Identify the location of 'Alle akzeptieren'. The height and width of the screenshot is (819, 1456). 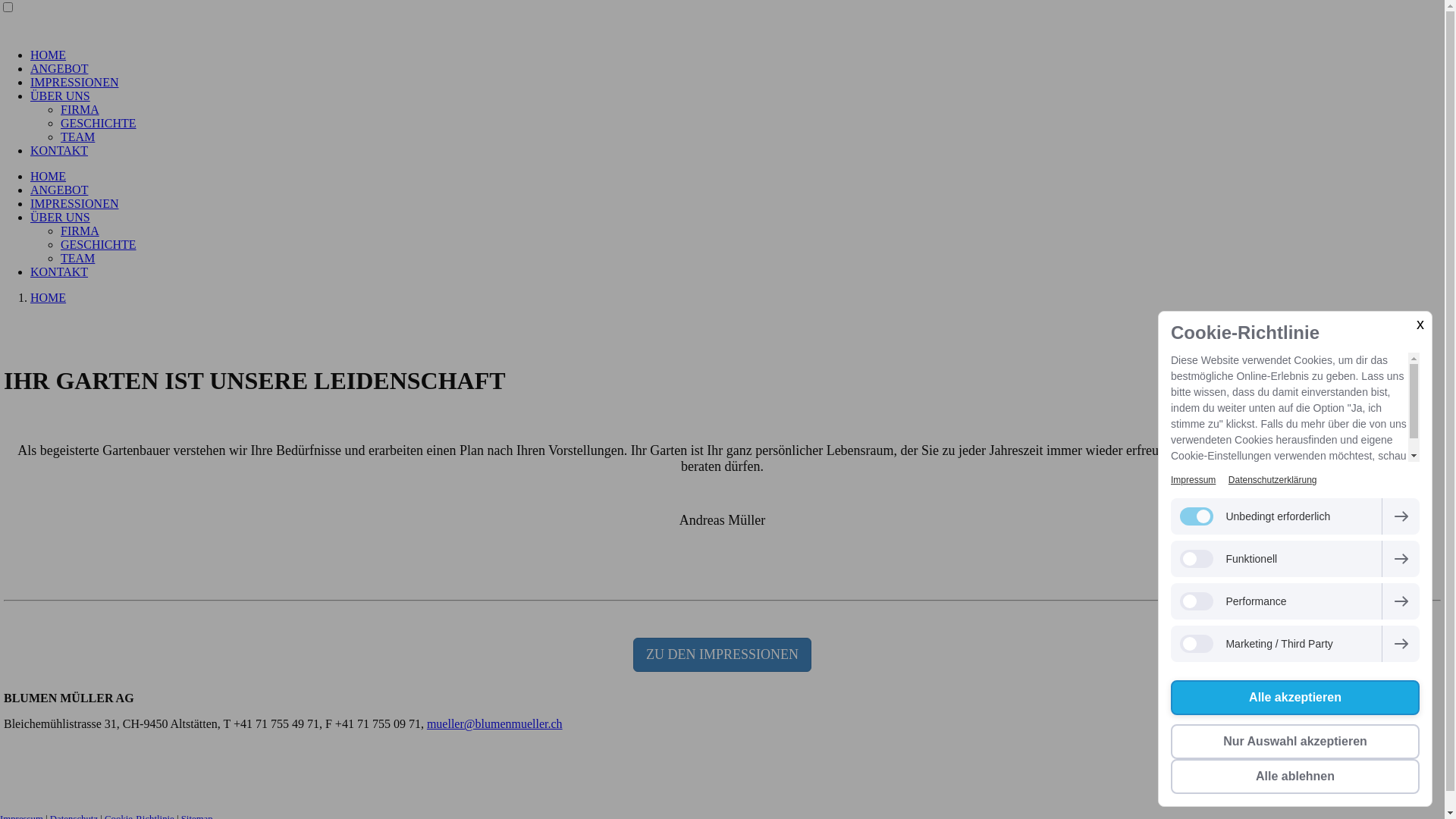
(1294, 698).